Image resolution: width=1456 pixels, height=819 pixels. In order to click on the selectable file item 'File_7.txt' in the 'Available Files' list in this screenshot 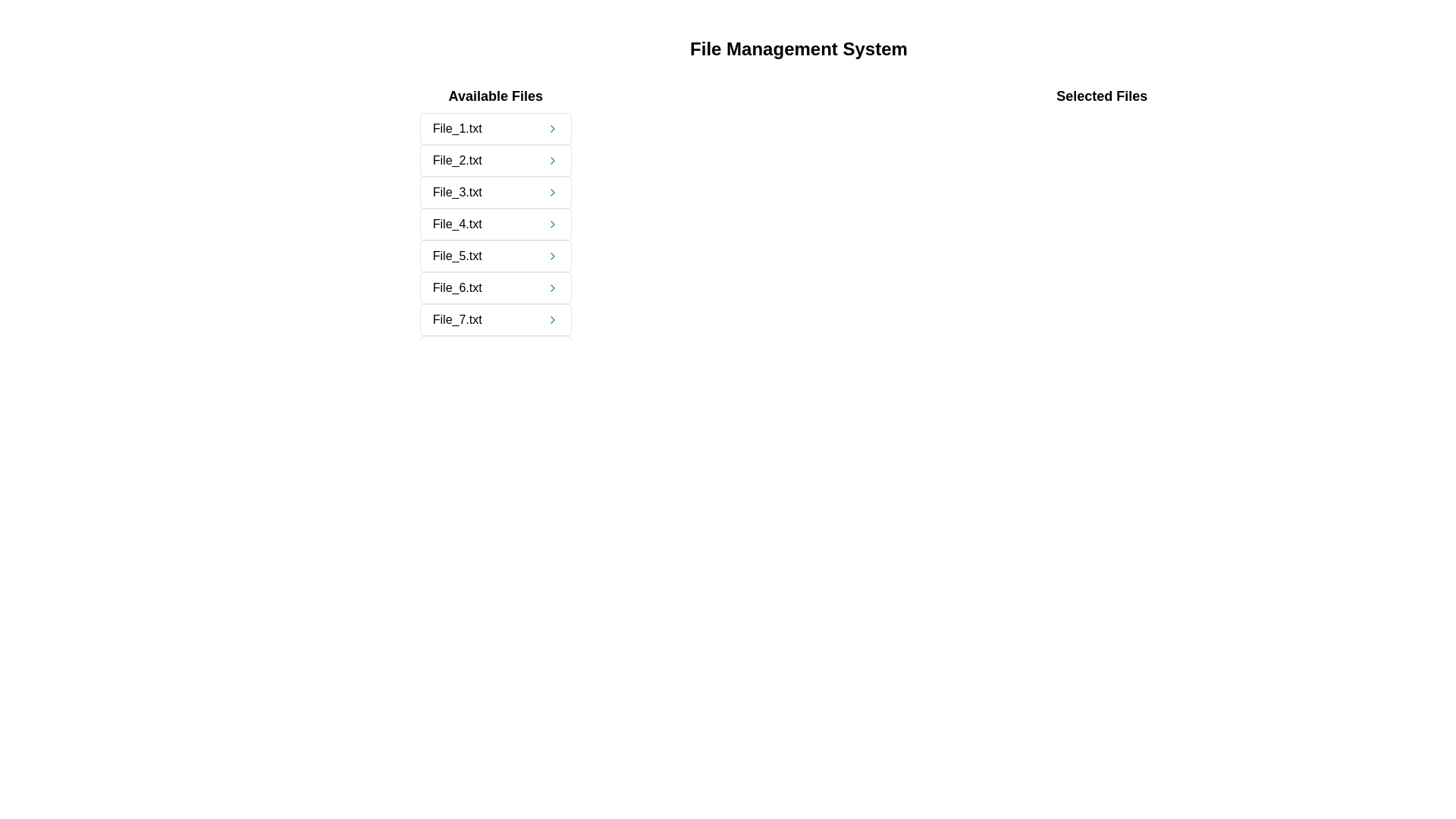, I will do `click(495, 318)`.